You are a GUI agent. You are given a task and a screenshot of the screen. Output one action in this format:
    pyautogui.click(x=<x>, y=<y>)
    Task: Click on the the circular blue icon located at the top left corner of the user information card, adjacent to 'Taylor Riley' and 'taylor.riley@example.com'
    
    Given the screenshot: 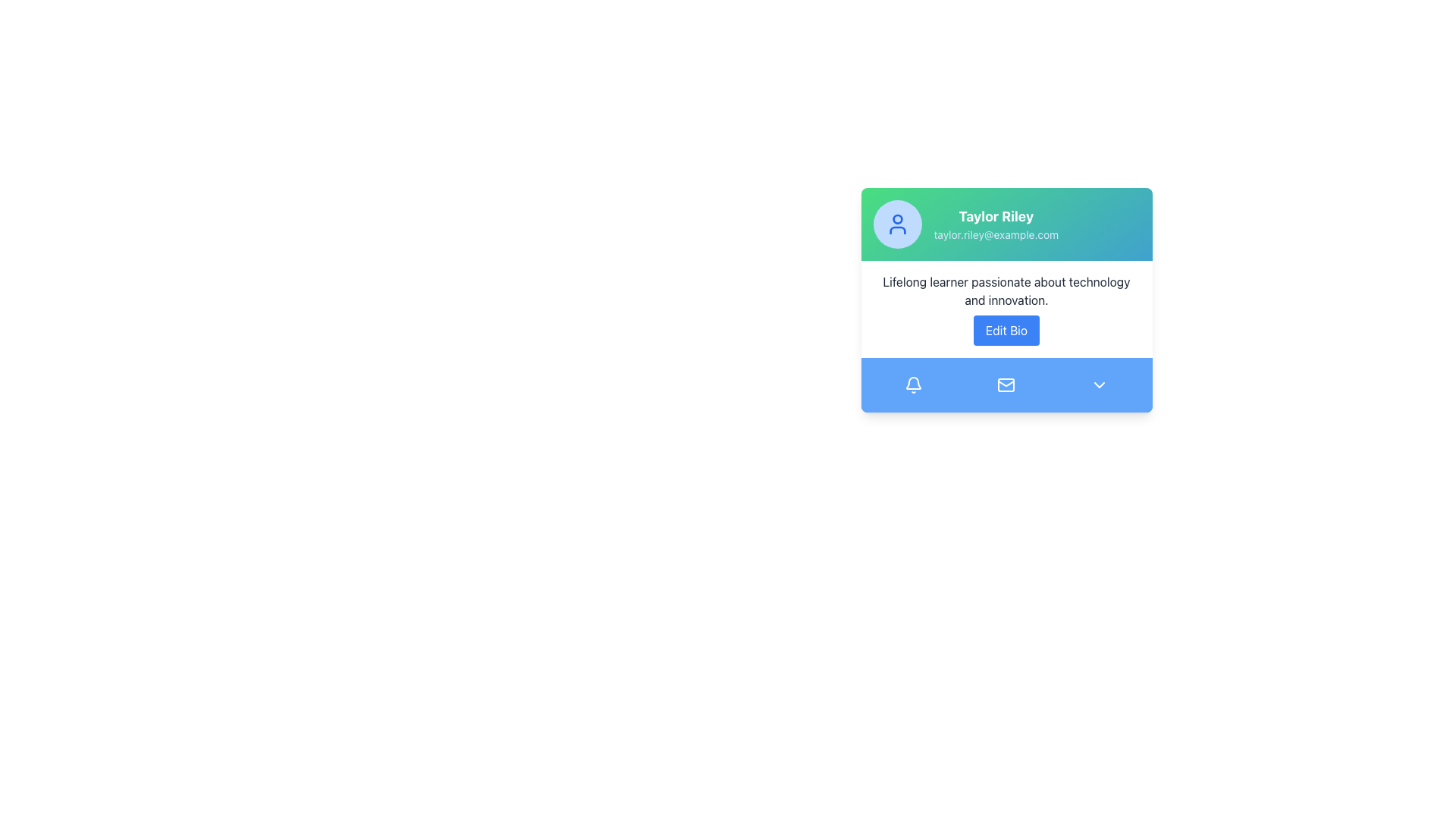 What is the action you would take?
    pyautogui.click(x=897, y=224)
    